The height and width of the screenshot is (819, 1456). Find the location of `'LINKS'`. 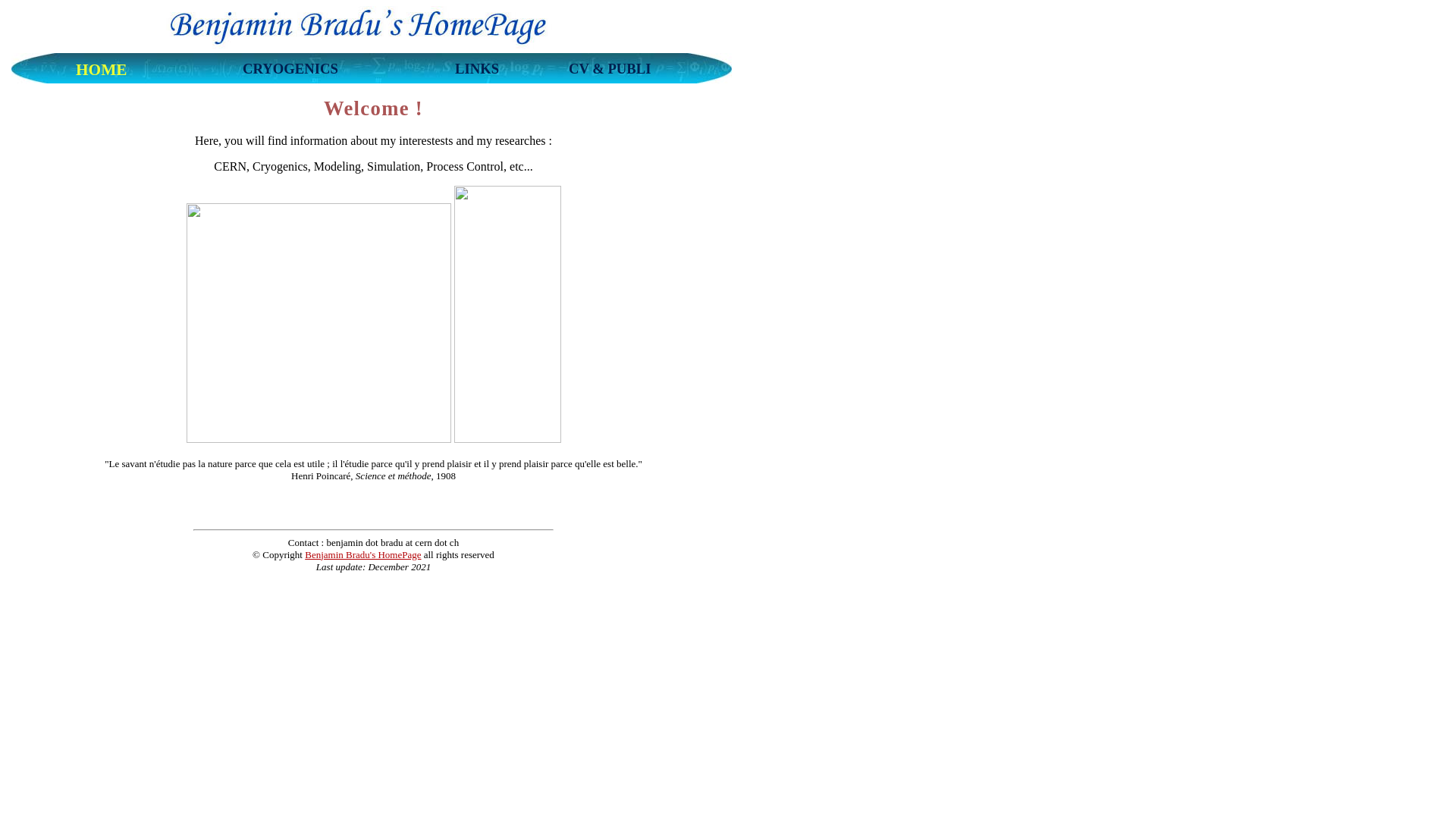

'LINKS' is located at coordinates (475, 72).